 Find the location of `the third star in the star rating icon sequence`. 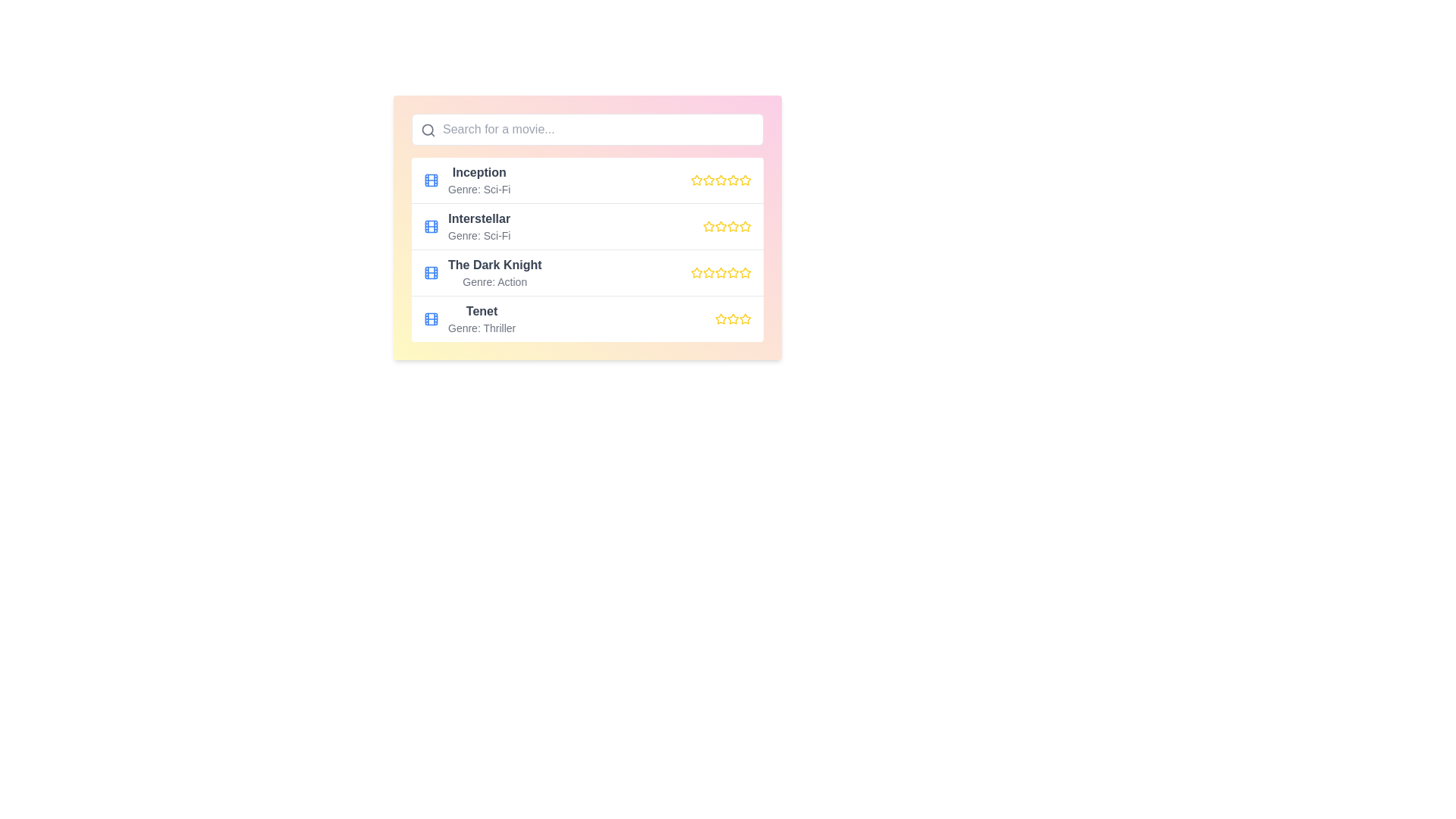

the third star in the star rating icon sequence is located at coordinates (733, 318).